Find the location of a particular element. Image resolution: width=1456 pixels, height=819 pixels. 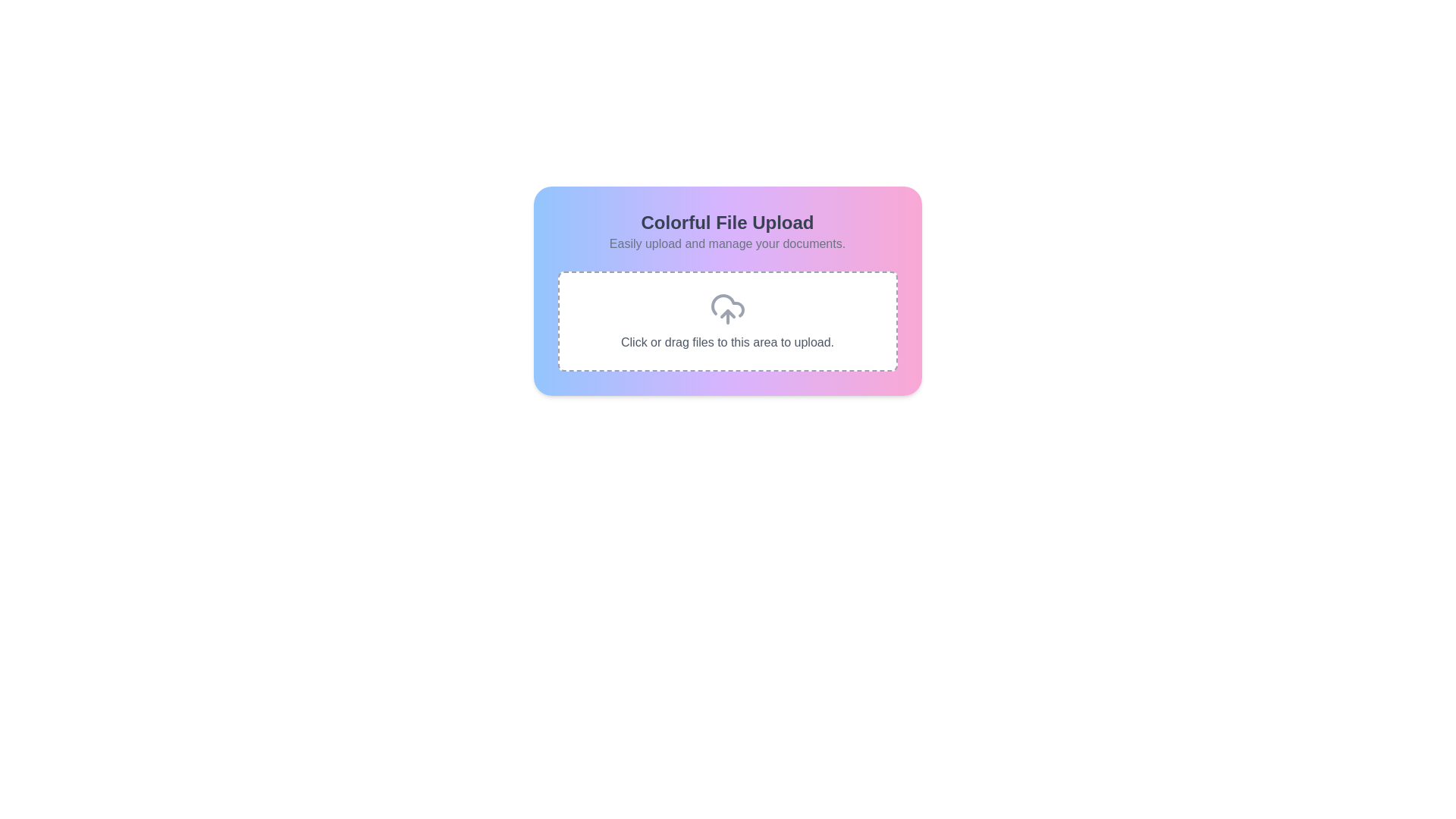

and drop files onto the Interactive upload zone featuring a colorful gradient background and the title 'Colorful File Upload' for uploading files is located at coordinates (726, 291).